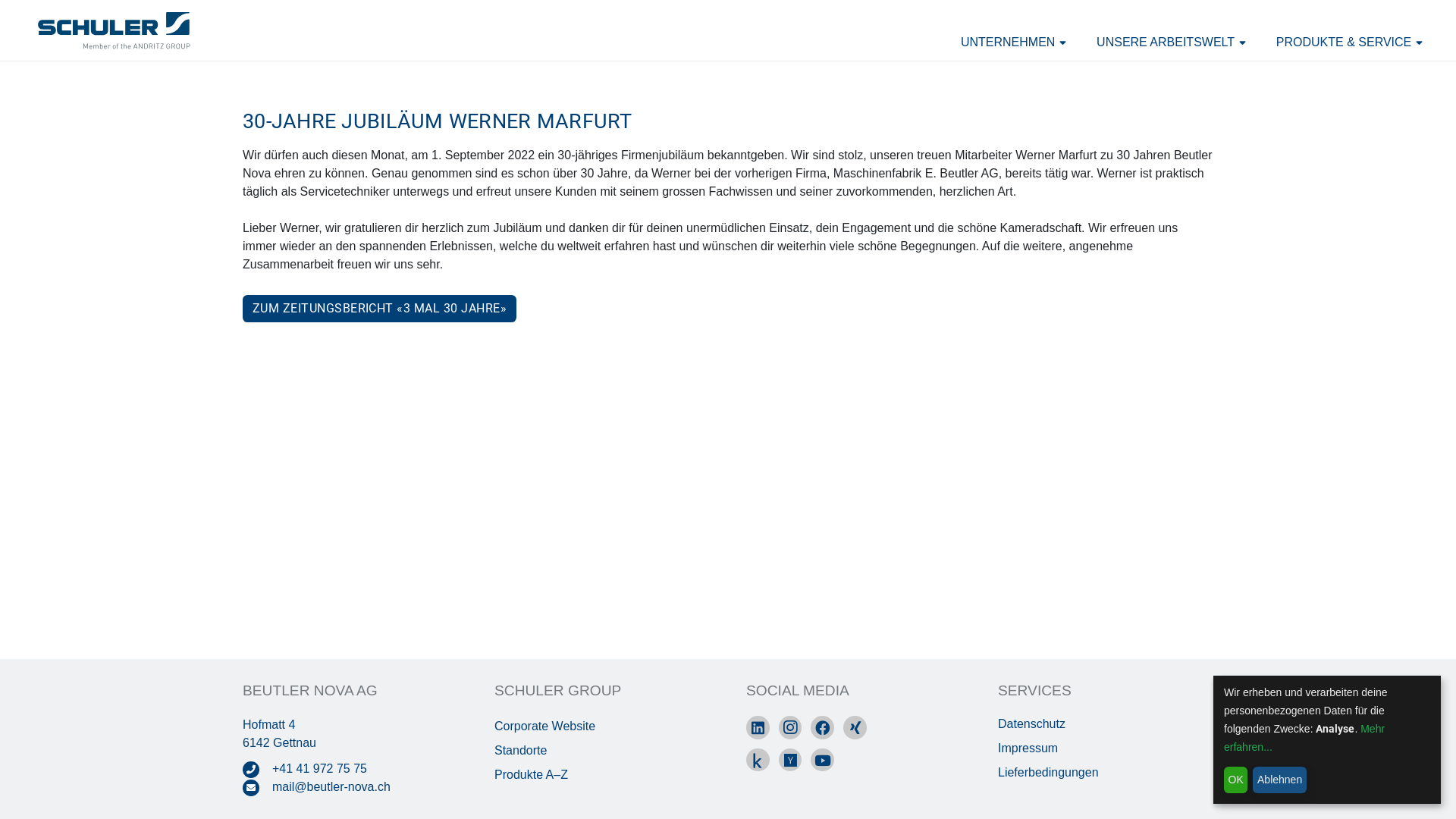 The width and height of the screenshot is (1456, 819). I want to click on 'Impressum', so click(997, 747).